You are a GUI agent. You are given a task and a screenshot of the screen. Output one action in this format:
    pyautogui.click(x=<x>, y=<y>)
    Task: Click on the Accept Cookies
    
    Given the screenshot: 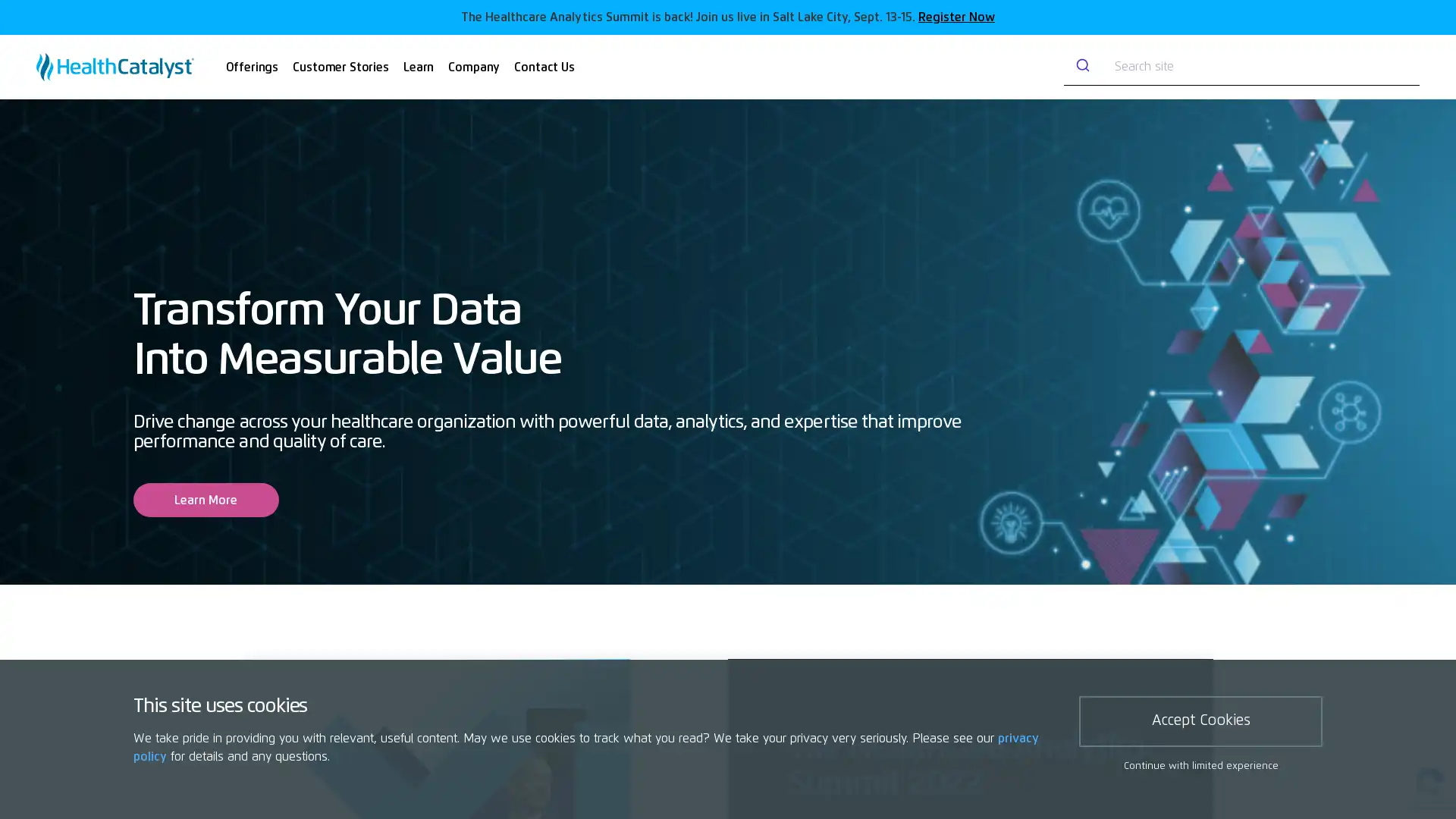 What is the action you would take?
    pyautogui.click(x=1200, y=720)
    